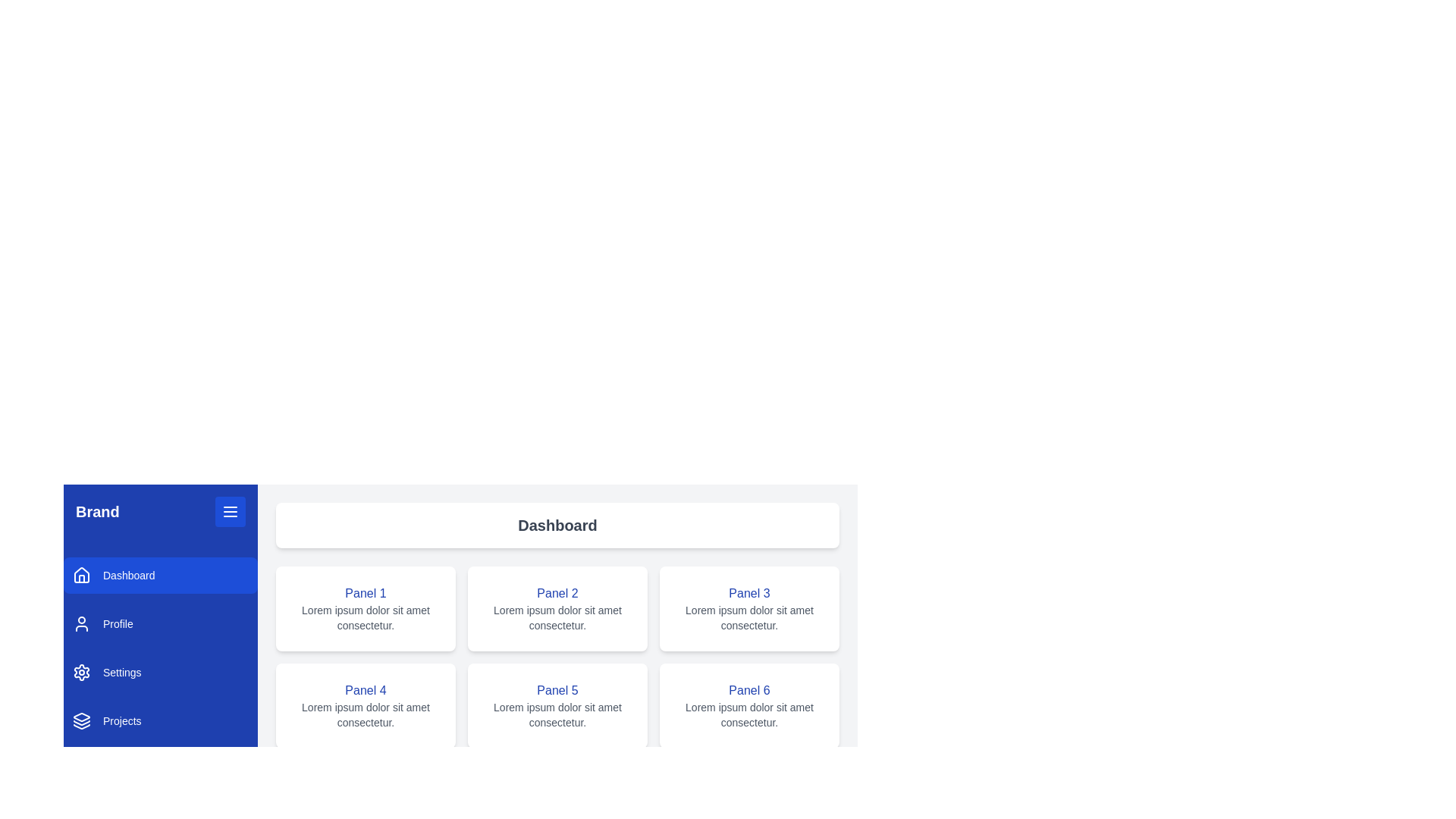  Describe the element at coordinates (81, 575) in the screenshot. I see `the house icon that is part of the highlighted 'Dashboard' menu item in the left-hand sidebar of the interface` at that location.